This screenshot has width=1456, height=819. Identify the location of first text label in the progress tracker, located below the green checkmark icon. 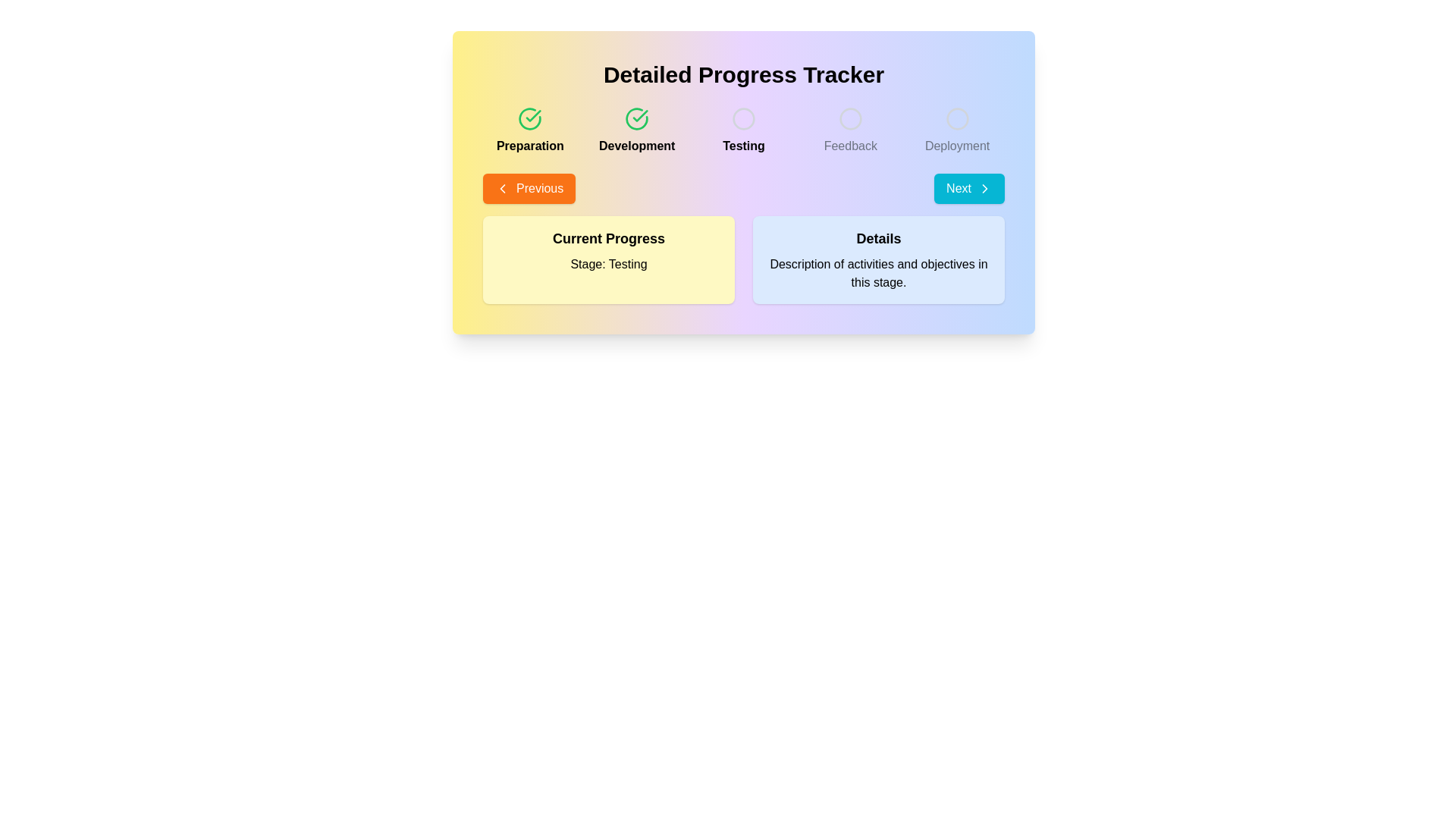
(530, 146).